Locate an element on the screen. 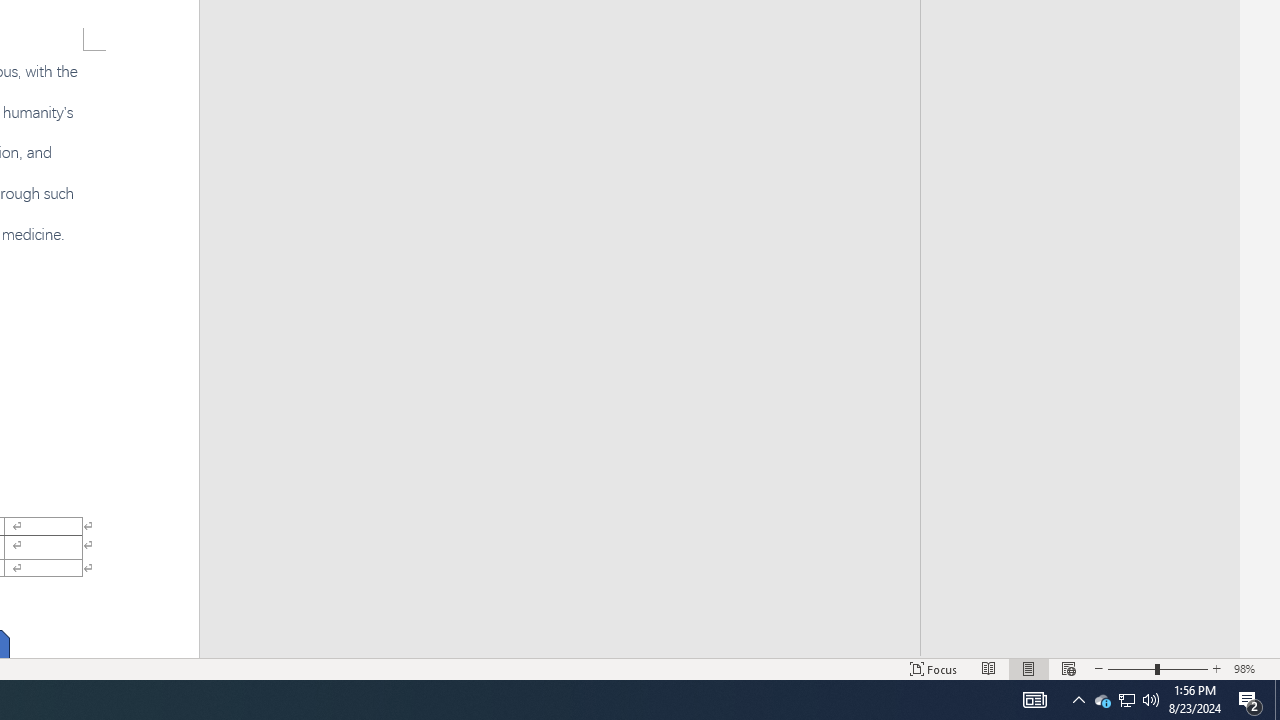 The height and width of the screenshot is (720, 1280). 'Focus ' is located at coordinates (933, 669).